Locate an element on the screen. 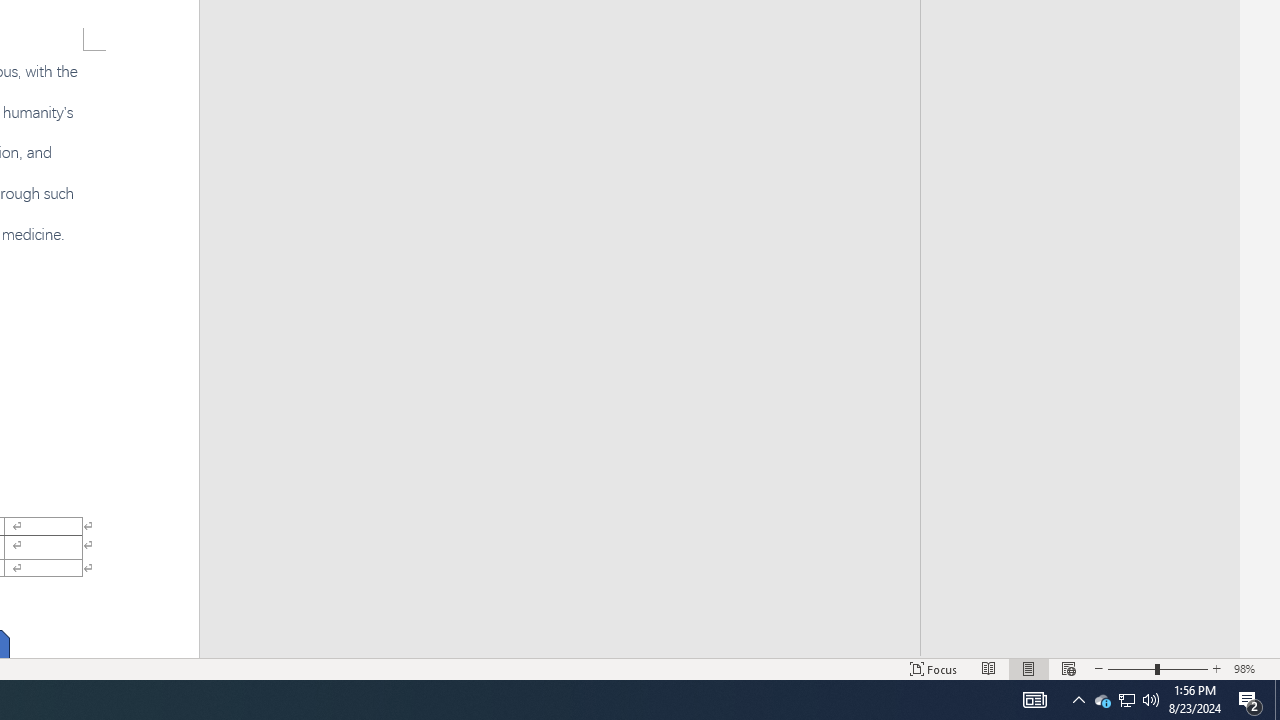 The height and width of the screenshot is (720, 1280). 'Focus ' is located at coordinates (933, 669).